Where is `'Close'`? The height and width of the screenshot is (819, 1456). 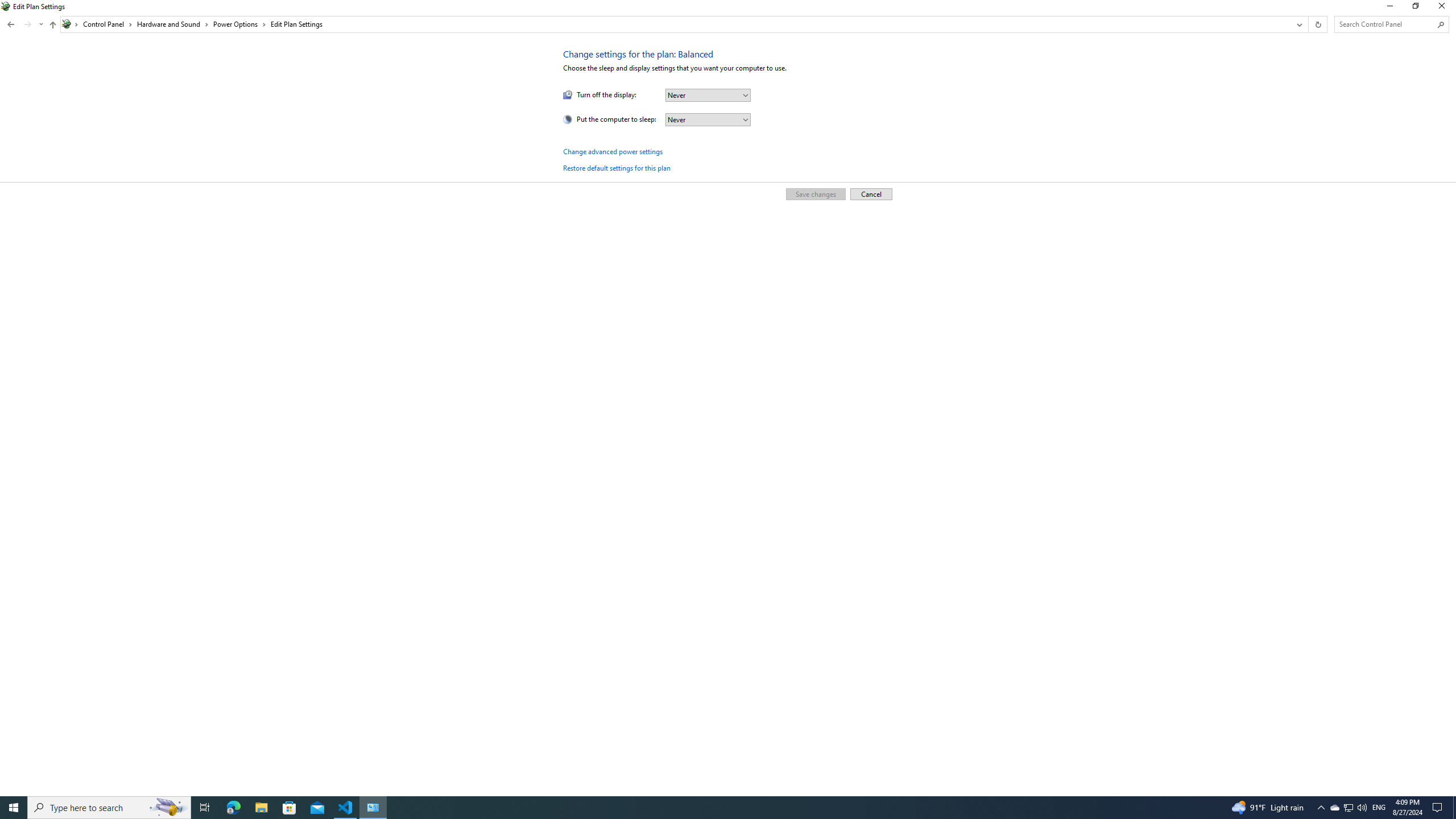 'Close' is located at coordinates (1444, 9).